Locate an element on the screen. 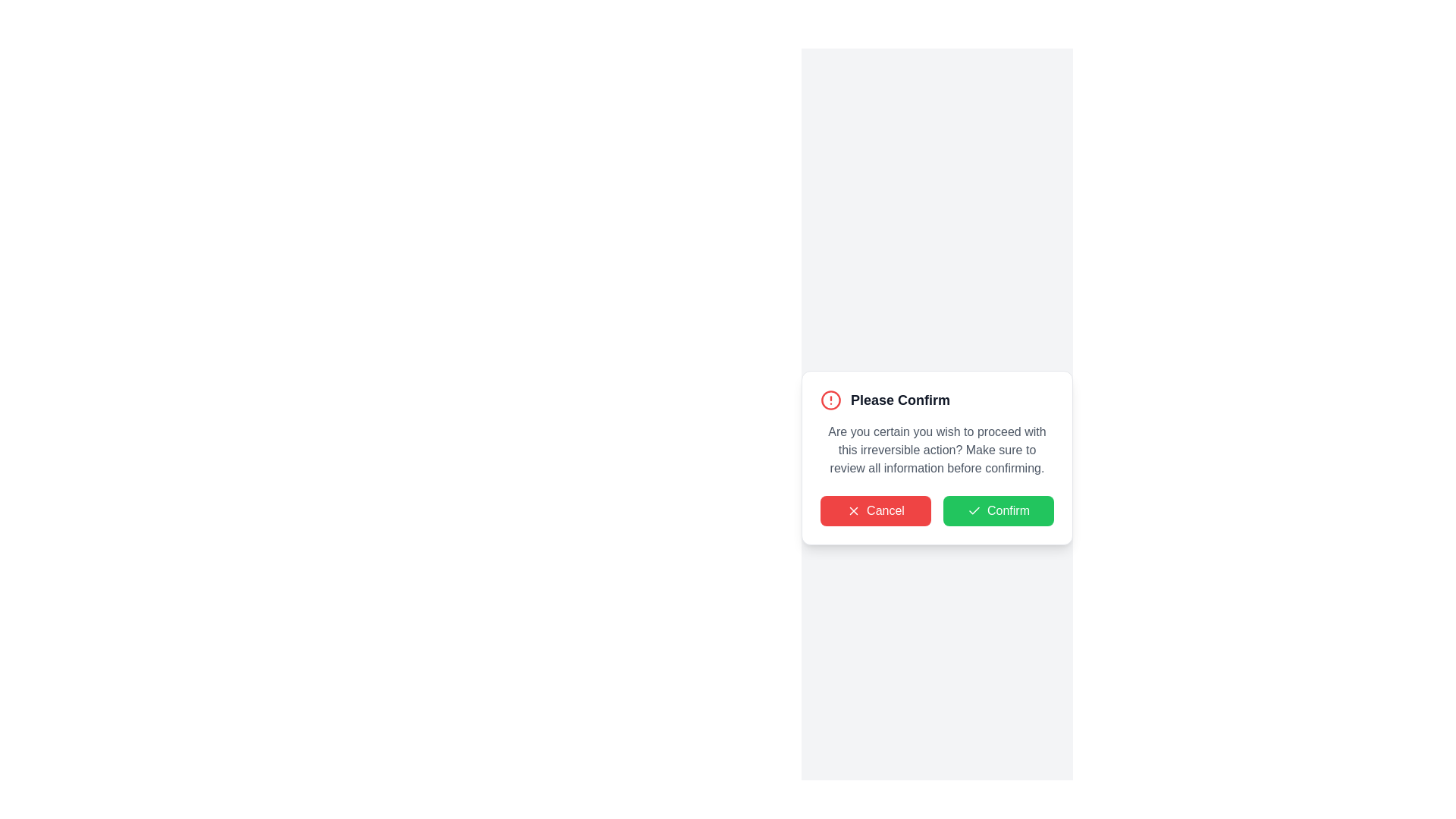  the 'Confirm' button with a bright green background and white text is located at coordinates (998, 511).